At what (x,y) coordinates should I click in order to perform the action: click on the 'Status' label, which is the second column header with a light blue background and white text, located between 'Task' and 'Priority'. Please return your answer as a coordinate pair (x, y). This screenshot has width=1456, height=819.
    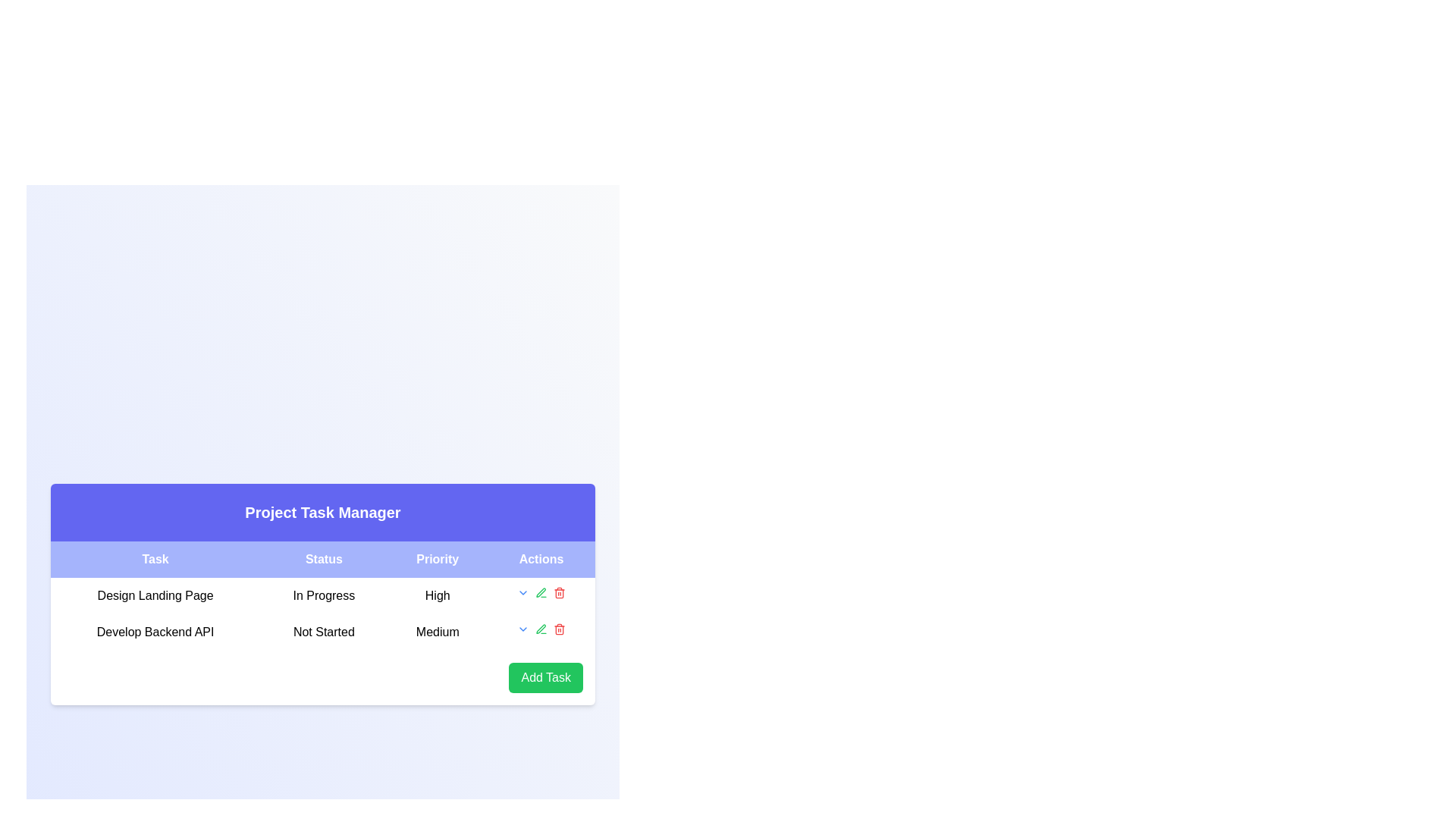
    Looking at the image, I should click on (323, 559).